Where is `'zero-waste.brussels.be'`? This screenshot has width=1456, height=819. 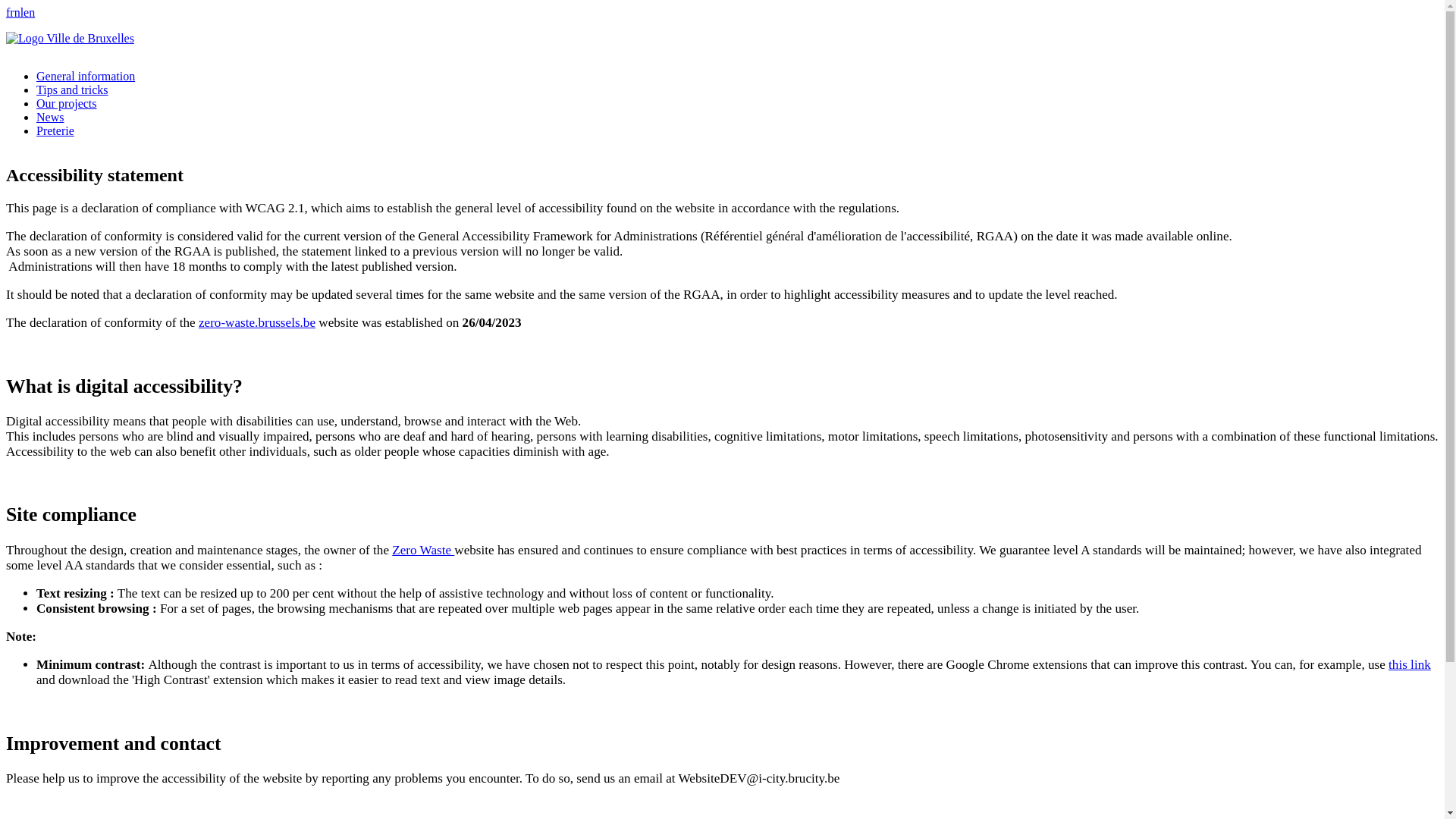 'zero-waste.brussels.be' is located at coordinates (257, 322).